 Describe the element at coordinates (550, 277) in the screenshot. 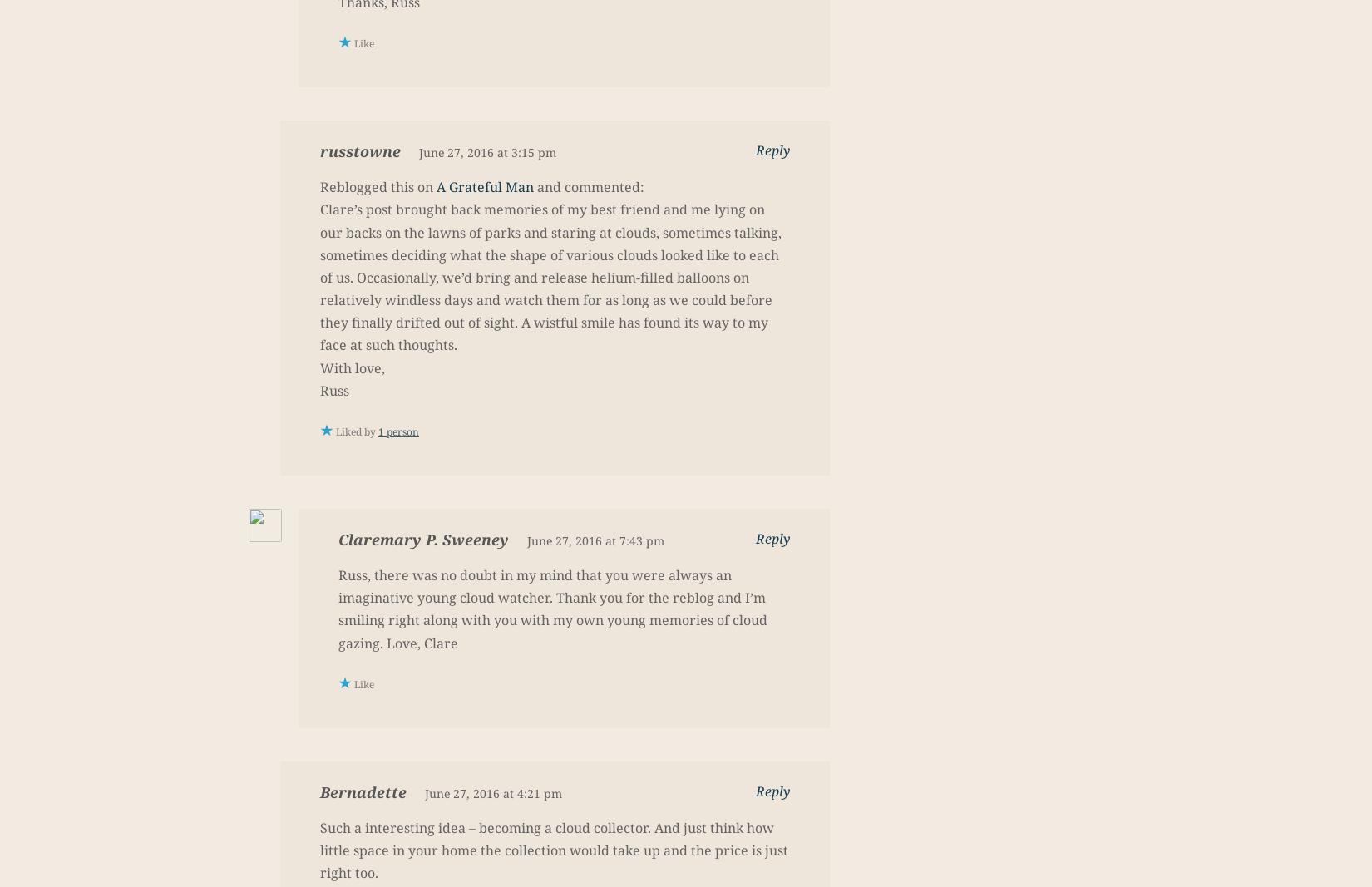

I see `'Clare’s post brought back memories of my best friend and me lying on our backs on the lawns of parks and staring at clouds, sometimes talking, sometimes deciding what the shape of various clouds looked like to each of us. Occasionally, we’d bring and release helium-filled balloons on relatively windless days and watch them for as long as we could before they finally drifted out of sight. A wistful smile has found its way to my face at such thoughts.'` at that location.